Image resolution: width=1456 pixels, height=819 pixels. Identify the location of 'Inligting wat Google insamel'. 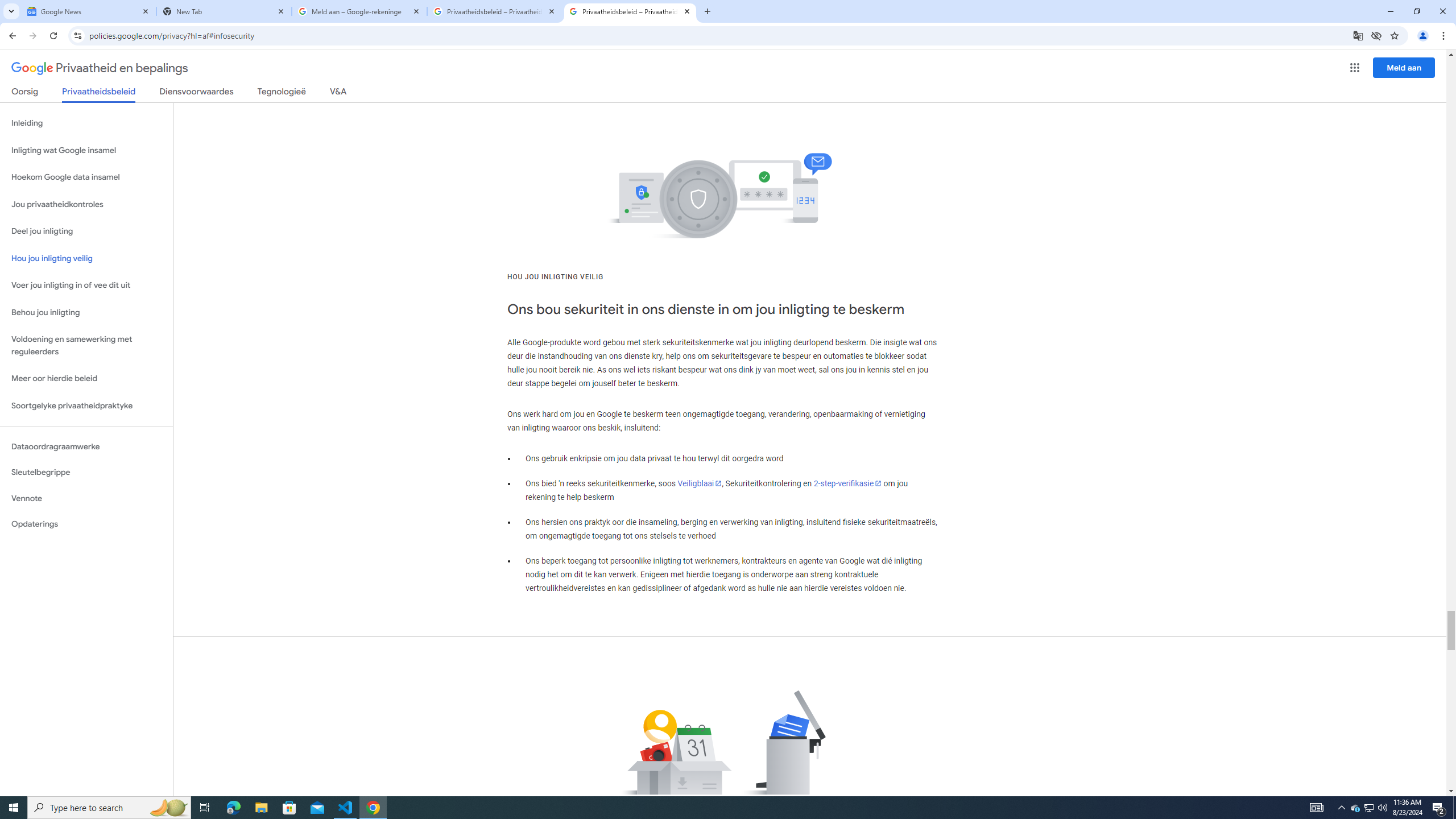
(86, 150).